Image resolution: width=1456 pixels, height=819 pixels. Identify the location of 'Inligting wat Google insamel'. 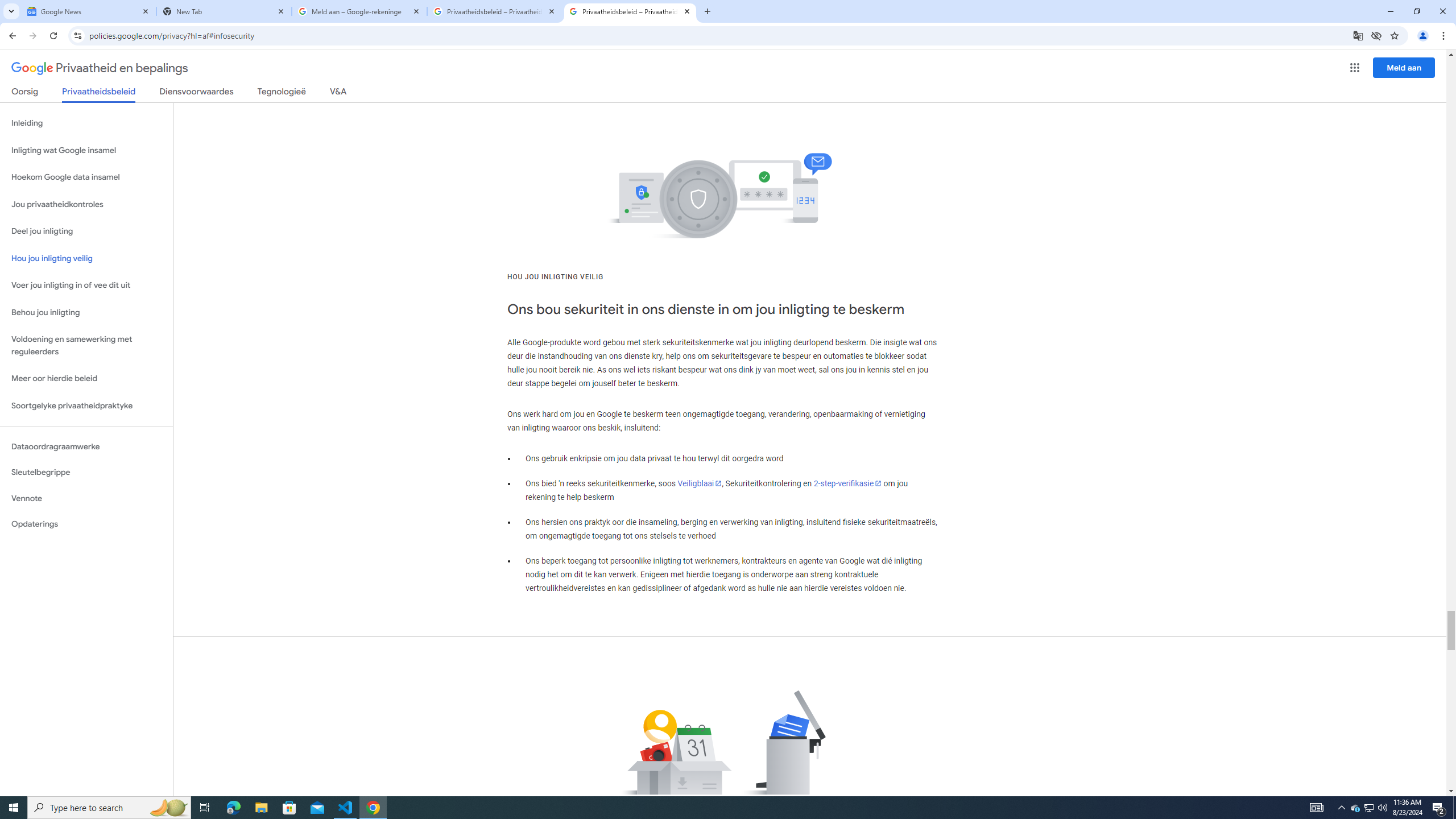
(86, 150).